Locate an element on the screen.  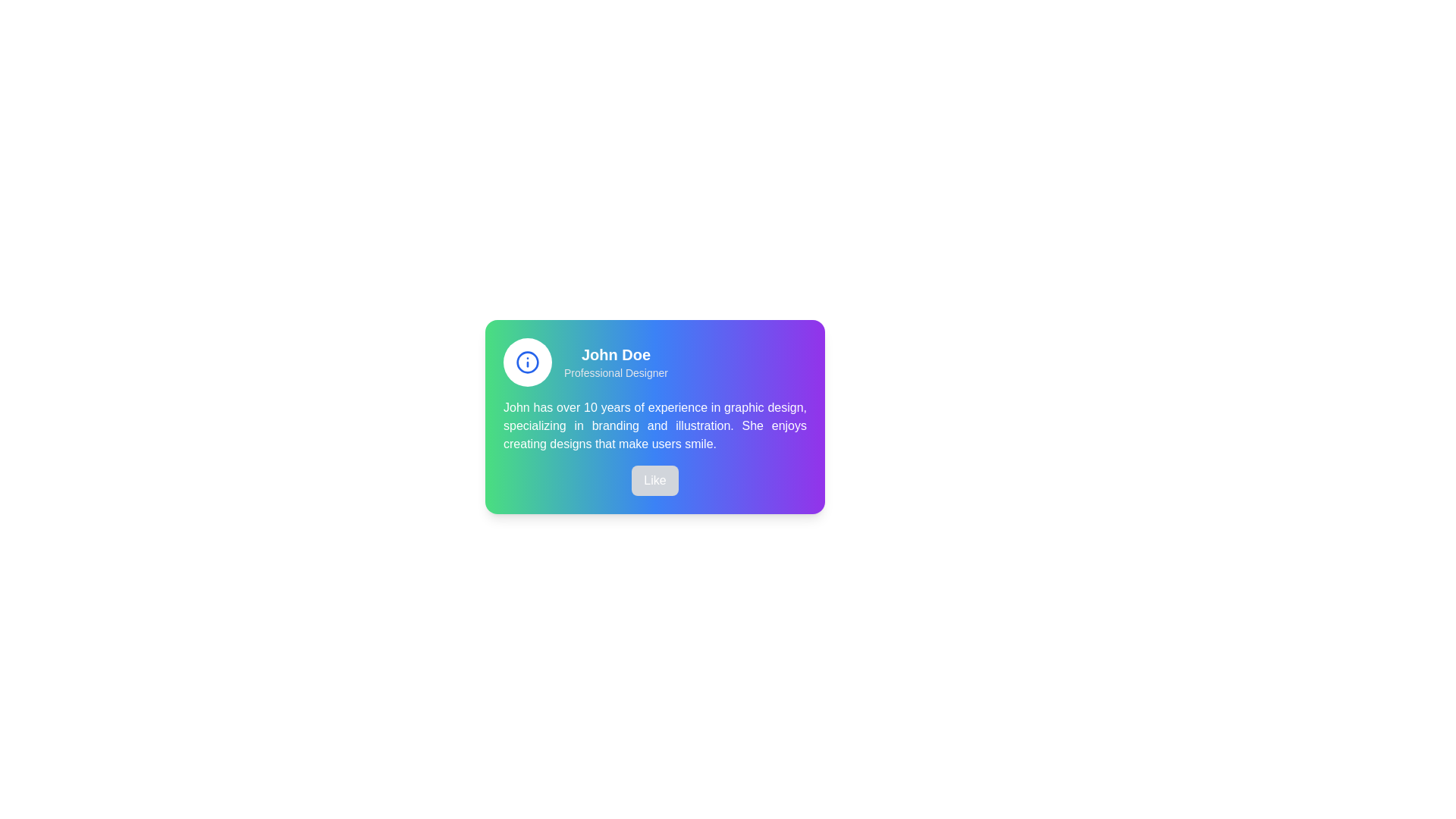
the embedded icon of the Header component that features 'John Doe' and 'Professional Designer' with a gradient background is located at coordinates (655, 362).